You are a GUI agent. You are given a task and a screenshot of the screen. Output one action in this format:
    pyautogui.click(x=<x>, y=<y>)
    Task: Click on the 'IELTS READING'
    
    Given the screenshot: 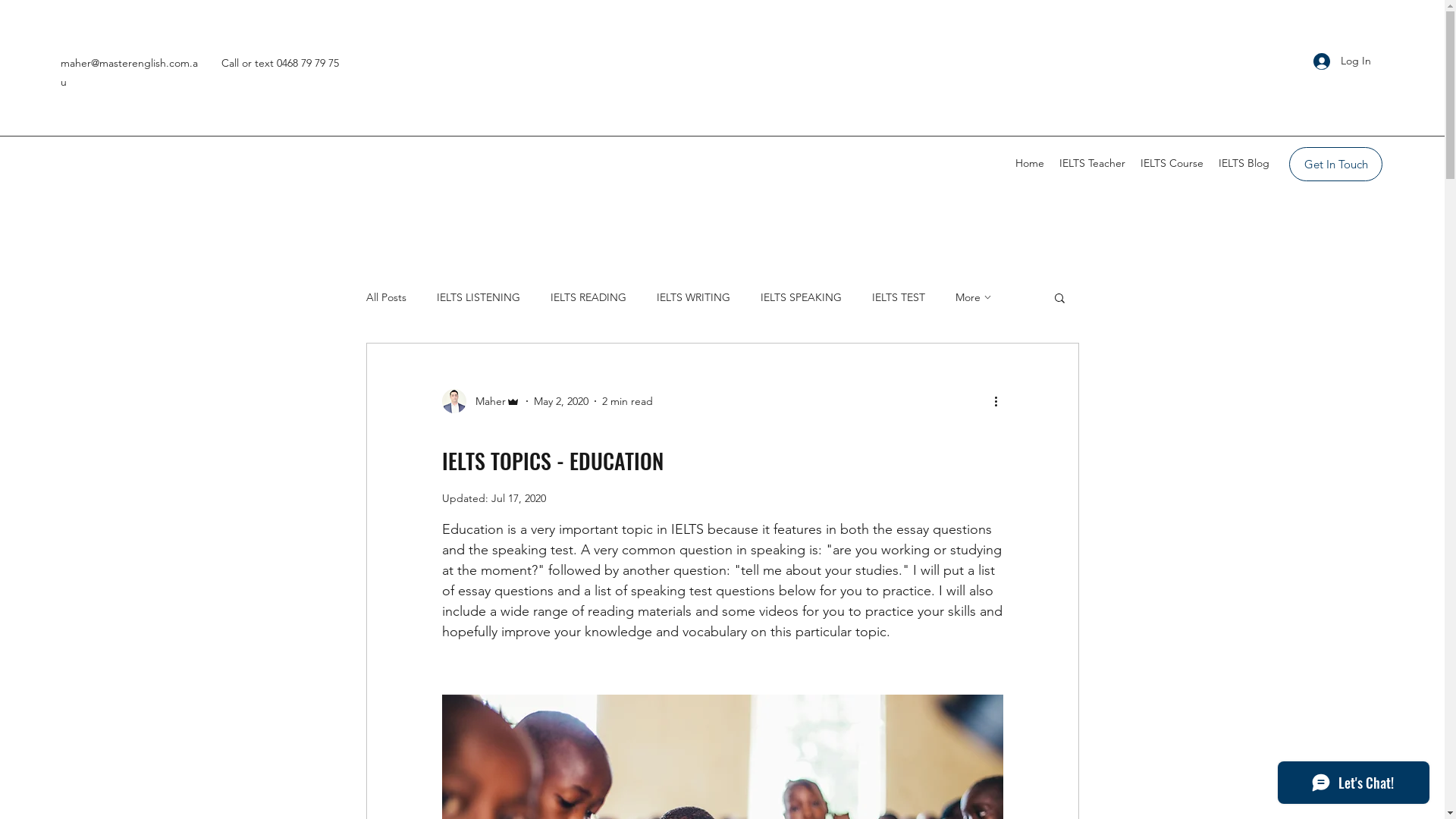 What is the action you would take?
    pyautogui.click(x=588, y=297)
    